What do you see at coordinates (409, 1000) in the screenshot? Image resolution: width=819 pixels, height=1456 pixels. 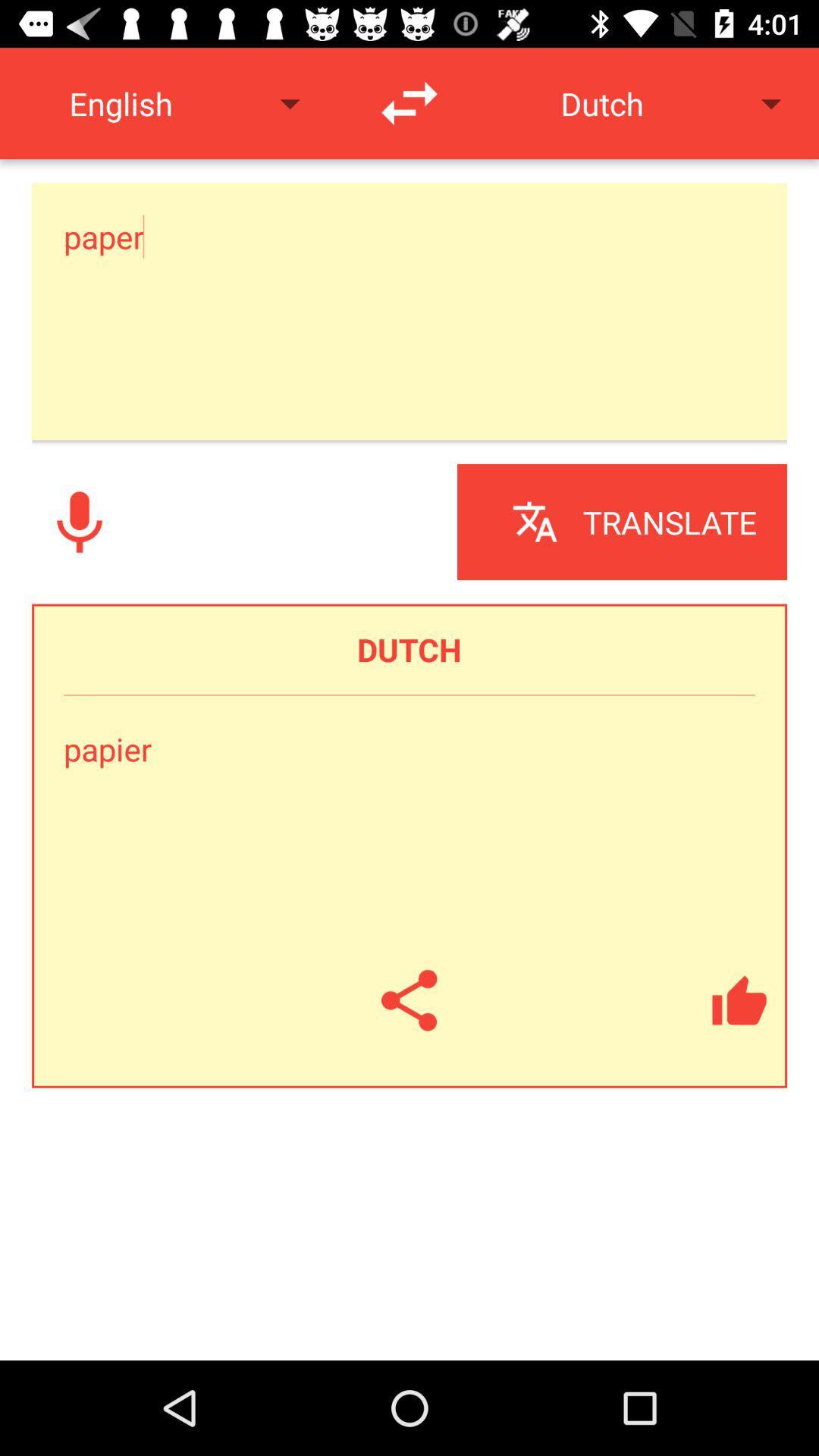 I see `share` at bounding box center [409, 1000].